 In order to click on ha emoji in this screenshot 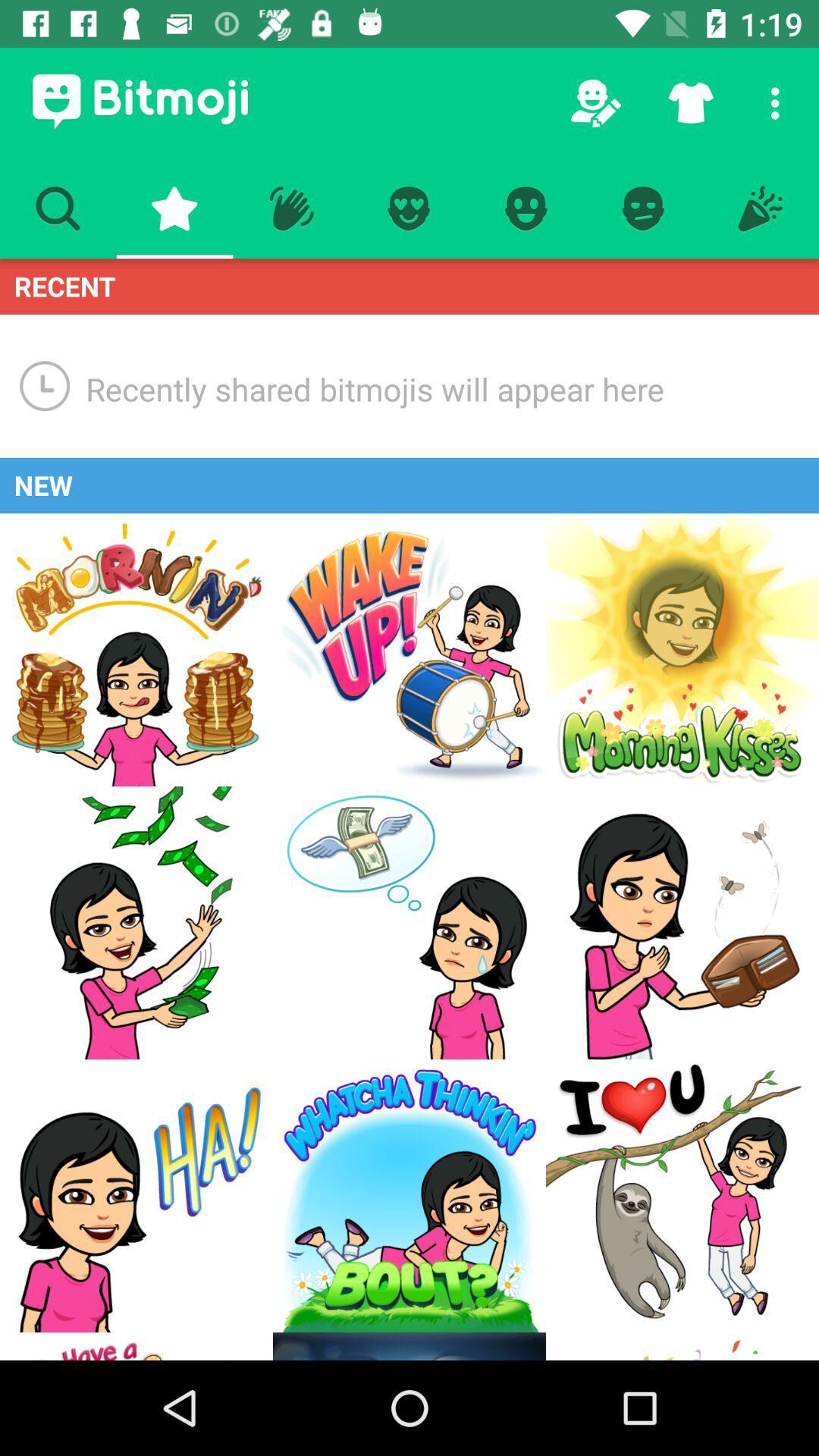, I will do `click(136, 1195)`.